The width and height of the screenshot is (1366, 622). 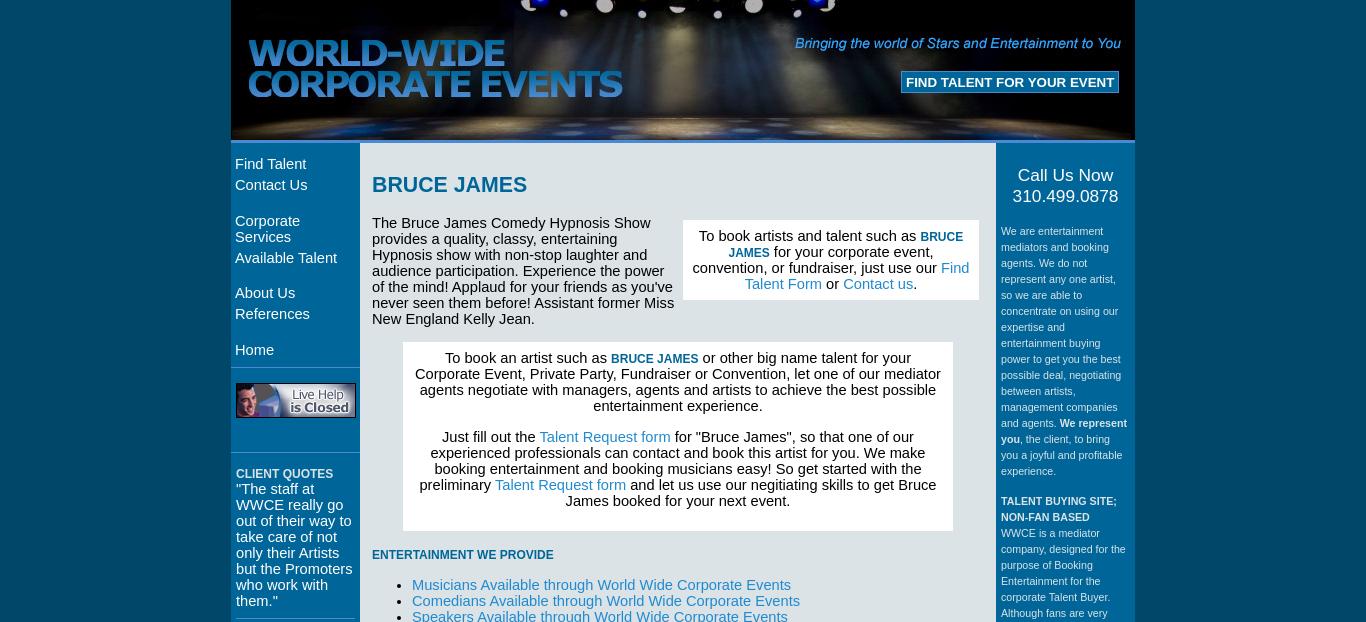 I want to click on 'Comedians Available through World Wide Corporate Events', so click(x=410, y=599).